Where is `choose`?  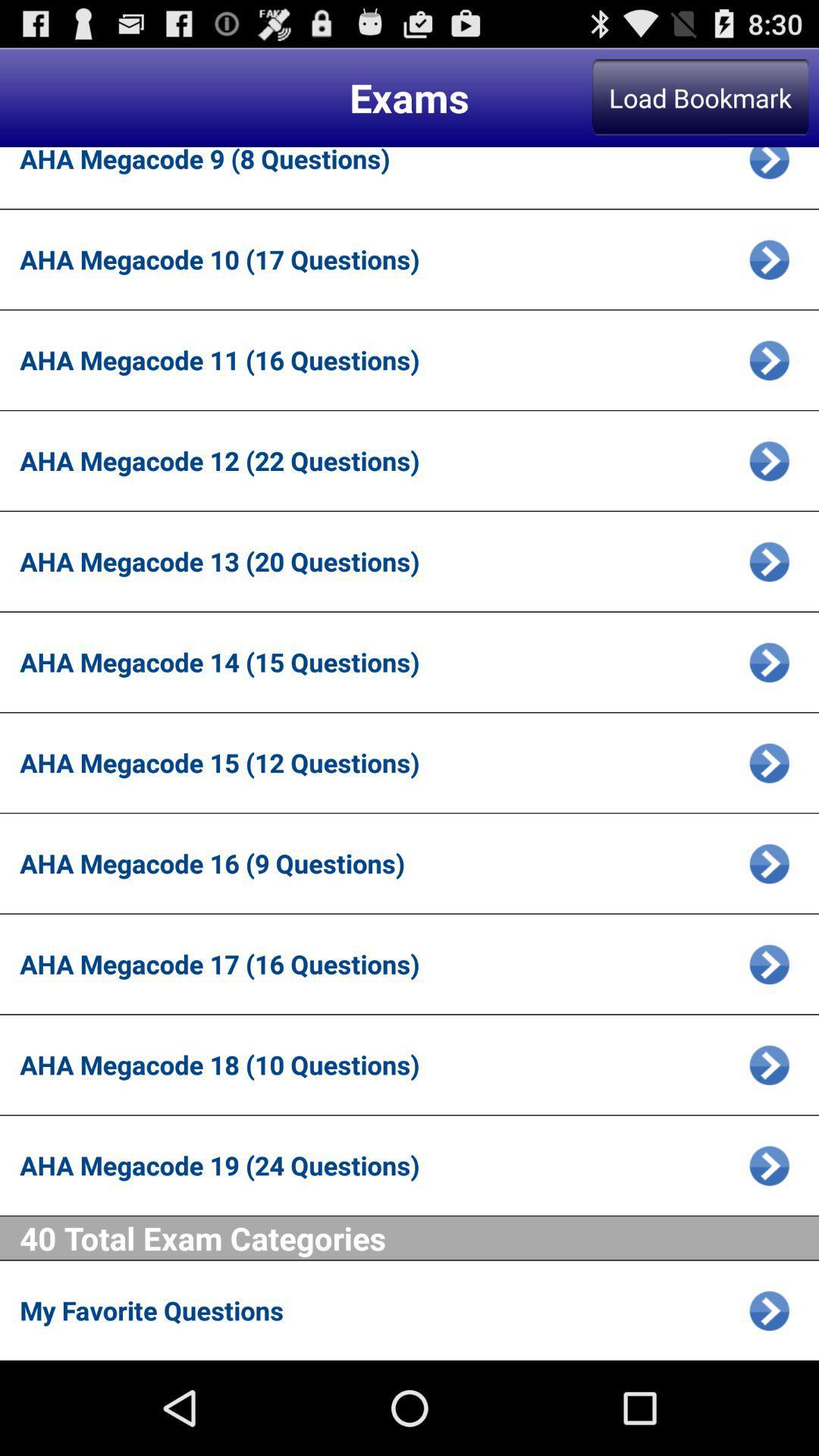 choose is located at coordinates (769, 662).